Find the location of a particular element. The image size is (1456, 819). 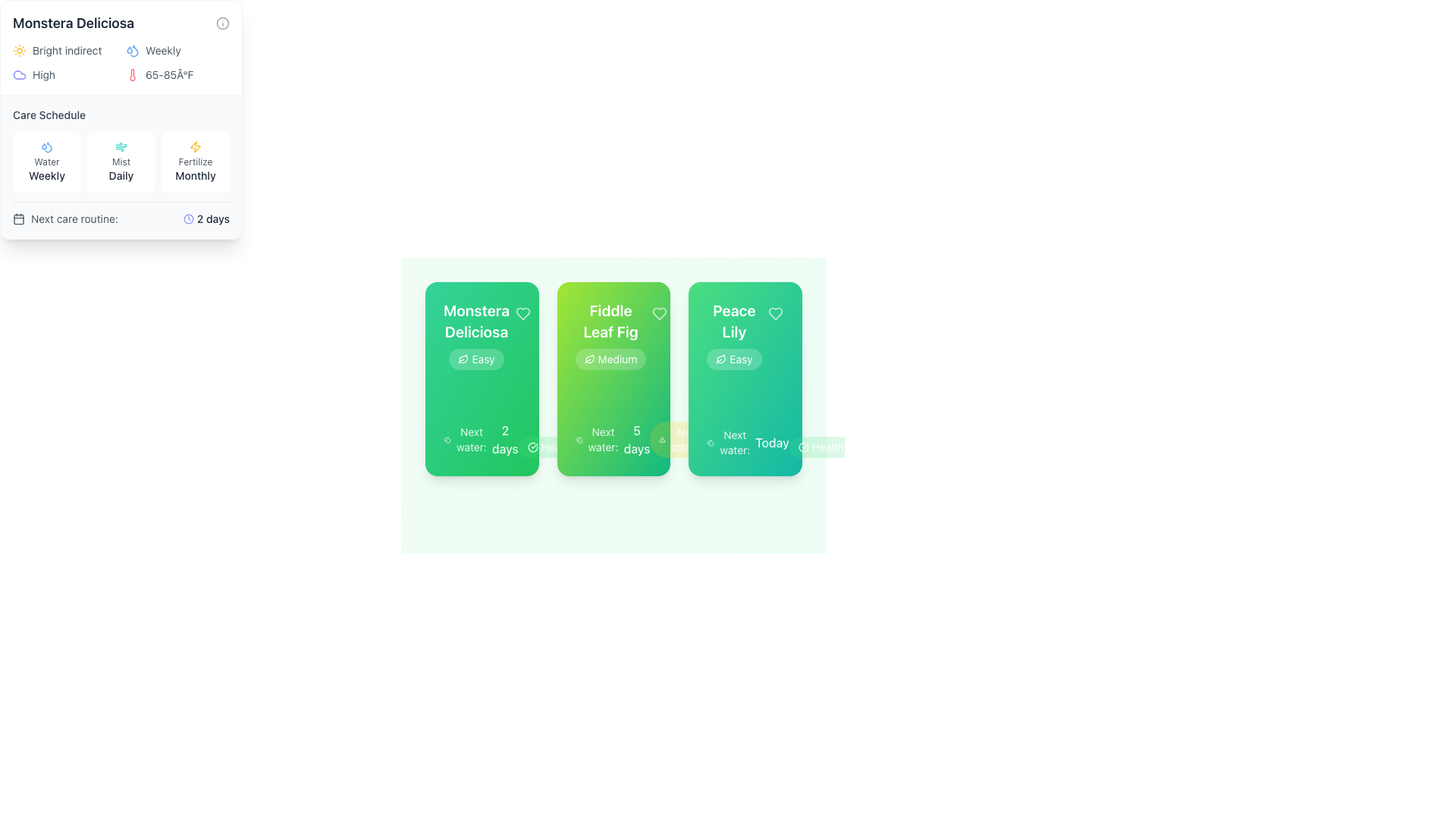

the favorite button with a heart icon located in the top-right corner of the 'Peace Lily' card to trigger a visual effect is located at coordinates (775, 312).